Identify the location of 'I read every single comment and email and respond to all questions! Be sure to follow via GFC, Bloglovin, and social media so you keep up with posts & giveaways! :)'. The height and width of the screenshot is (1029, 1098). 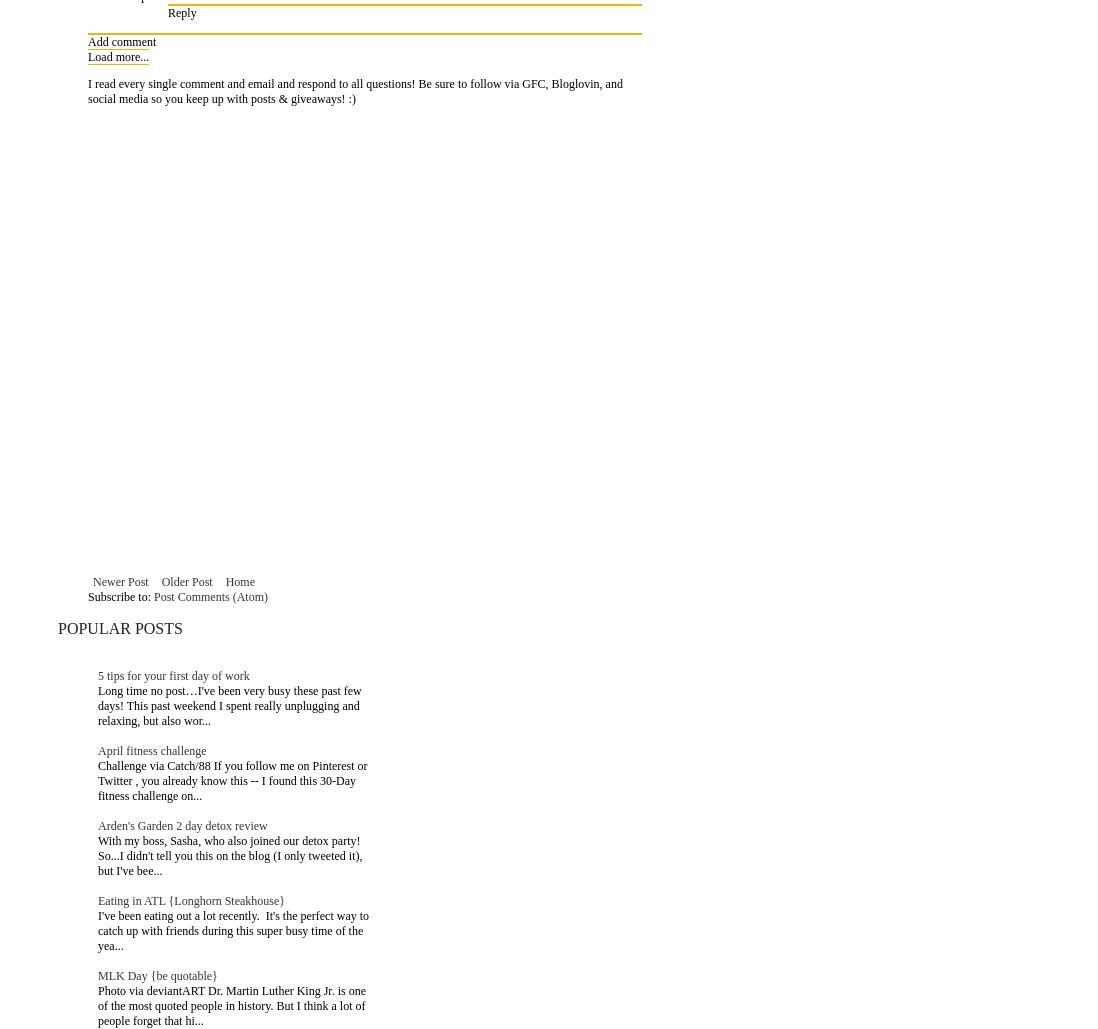
(354, 90).